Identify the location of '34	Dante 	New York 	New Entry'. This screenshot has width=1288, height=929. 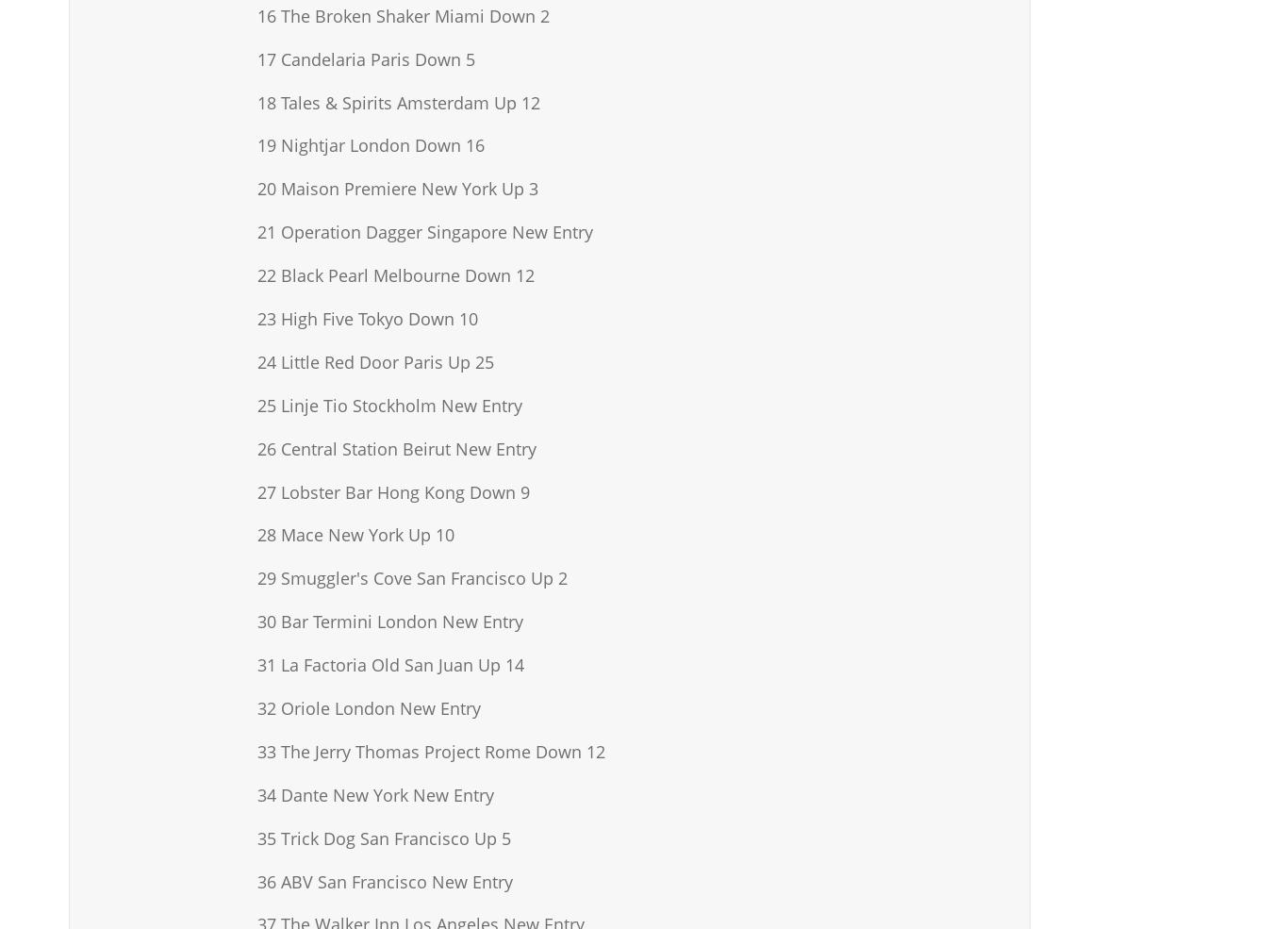
(257, 792).